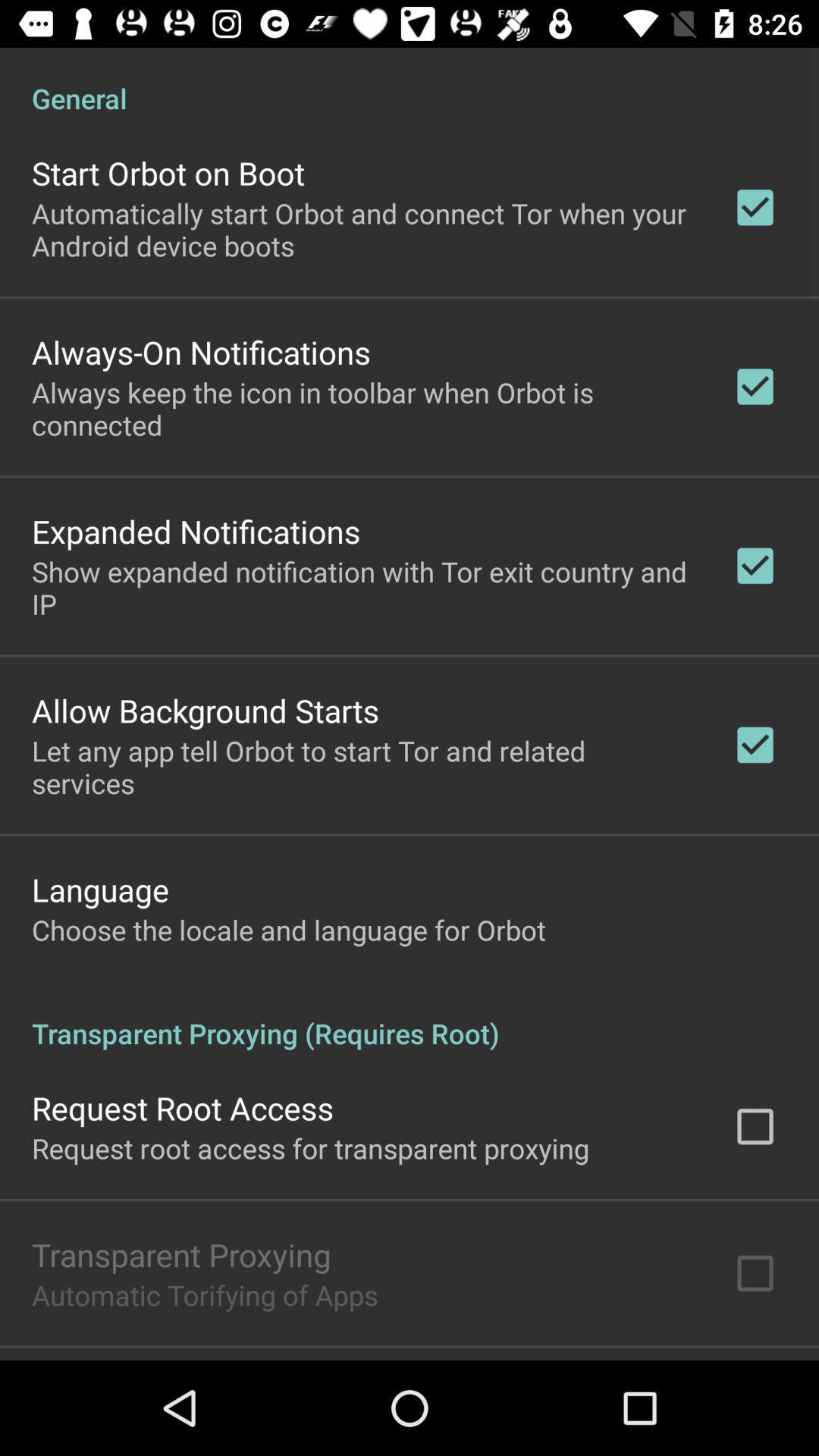 This screenshot has height=1456, width=819. I want to click on the expanded notifications app, so click(195, 531).